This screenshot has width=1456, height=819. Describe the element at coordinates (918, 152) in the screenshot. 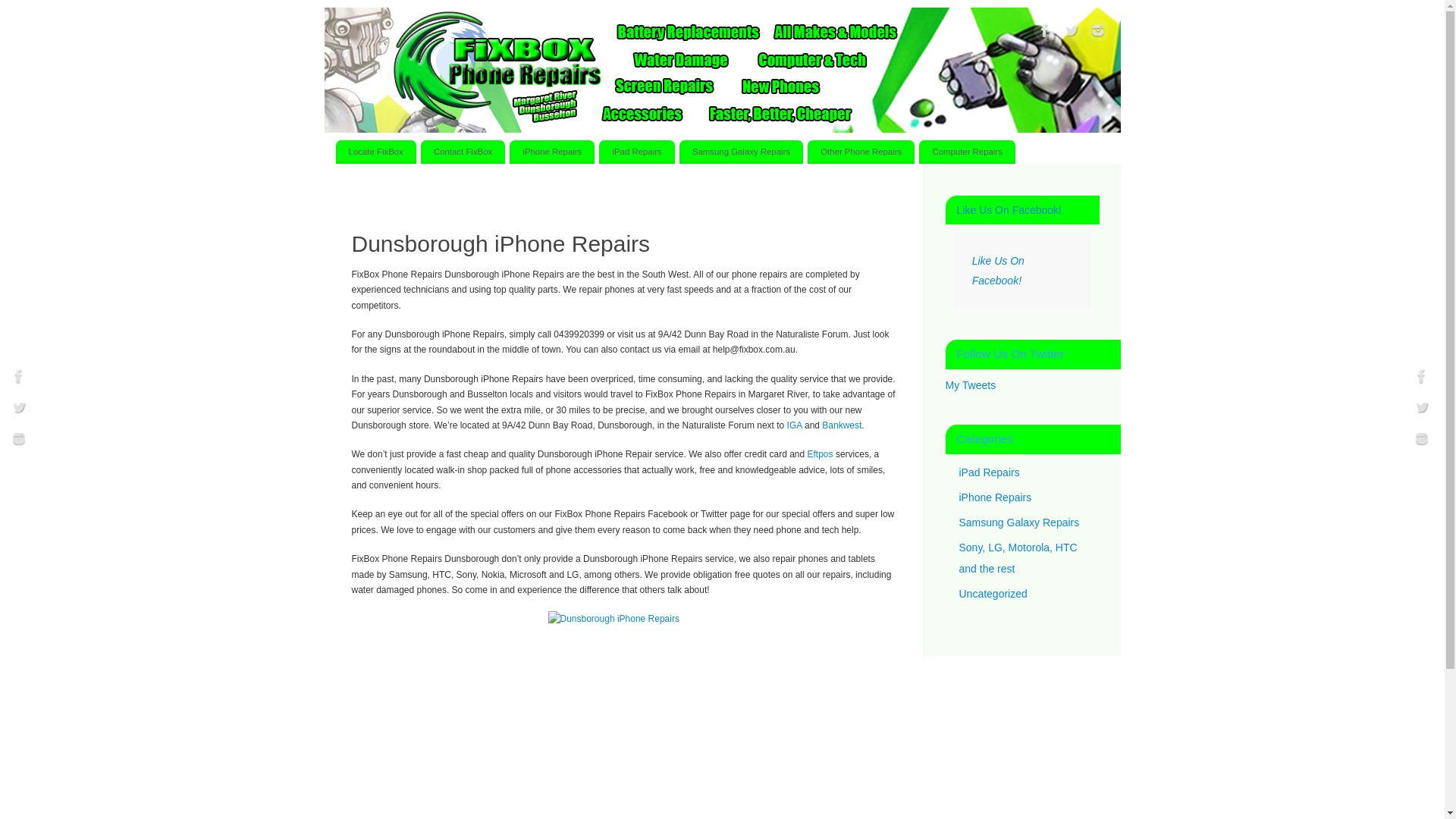

I see `'Computer Repairs'` at that location.